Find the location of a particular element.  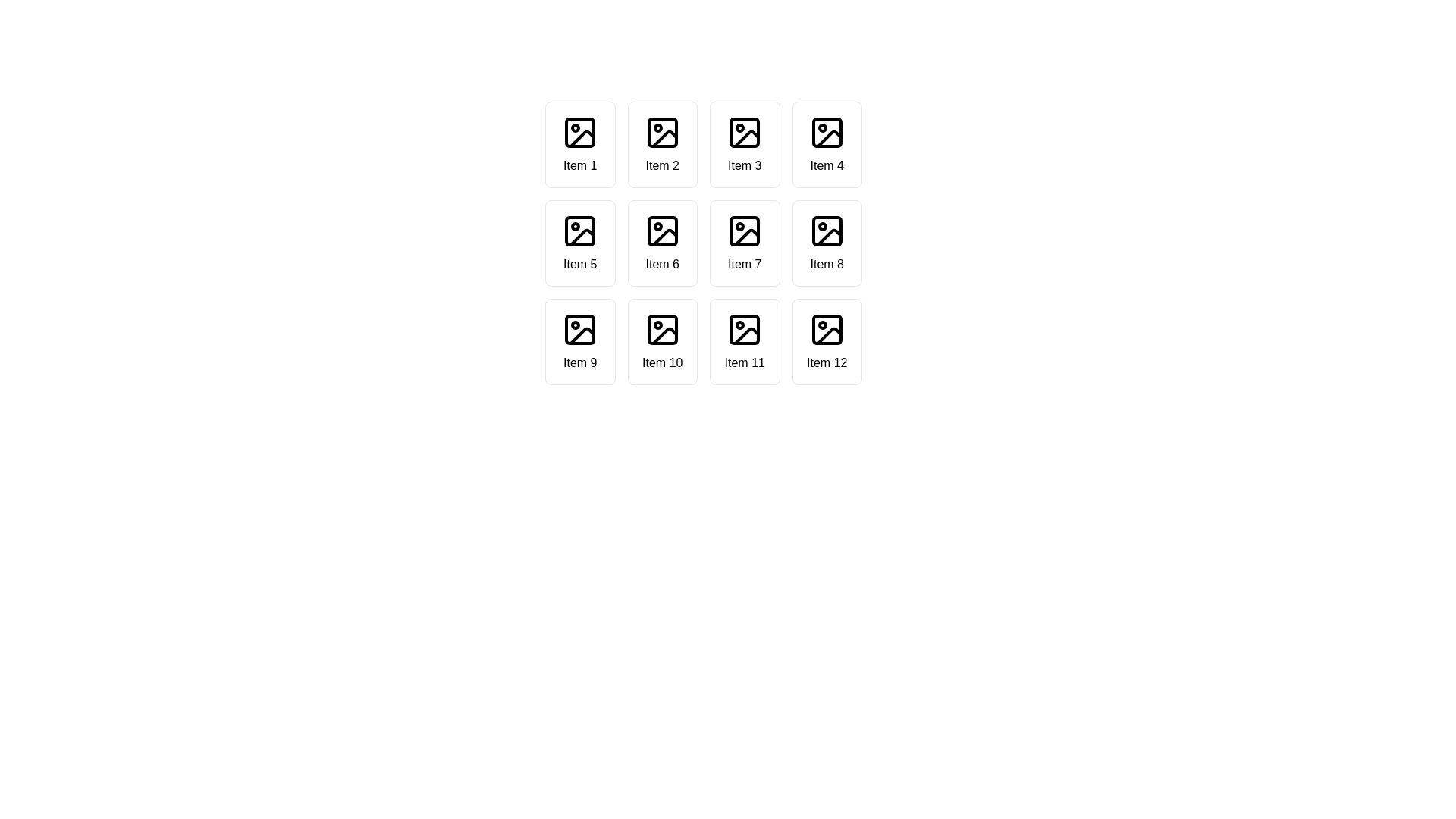

the Text label in the second row of the grid layout, which serves as a descriptive label for the item it represents is located at coordinates (662, 263).